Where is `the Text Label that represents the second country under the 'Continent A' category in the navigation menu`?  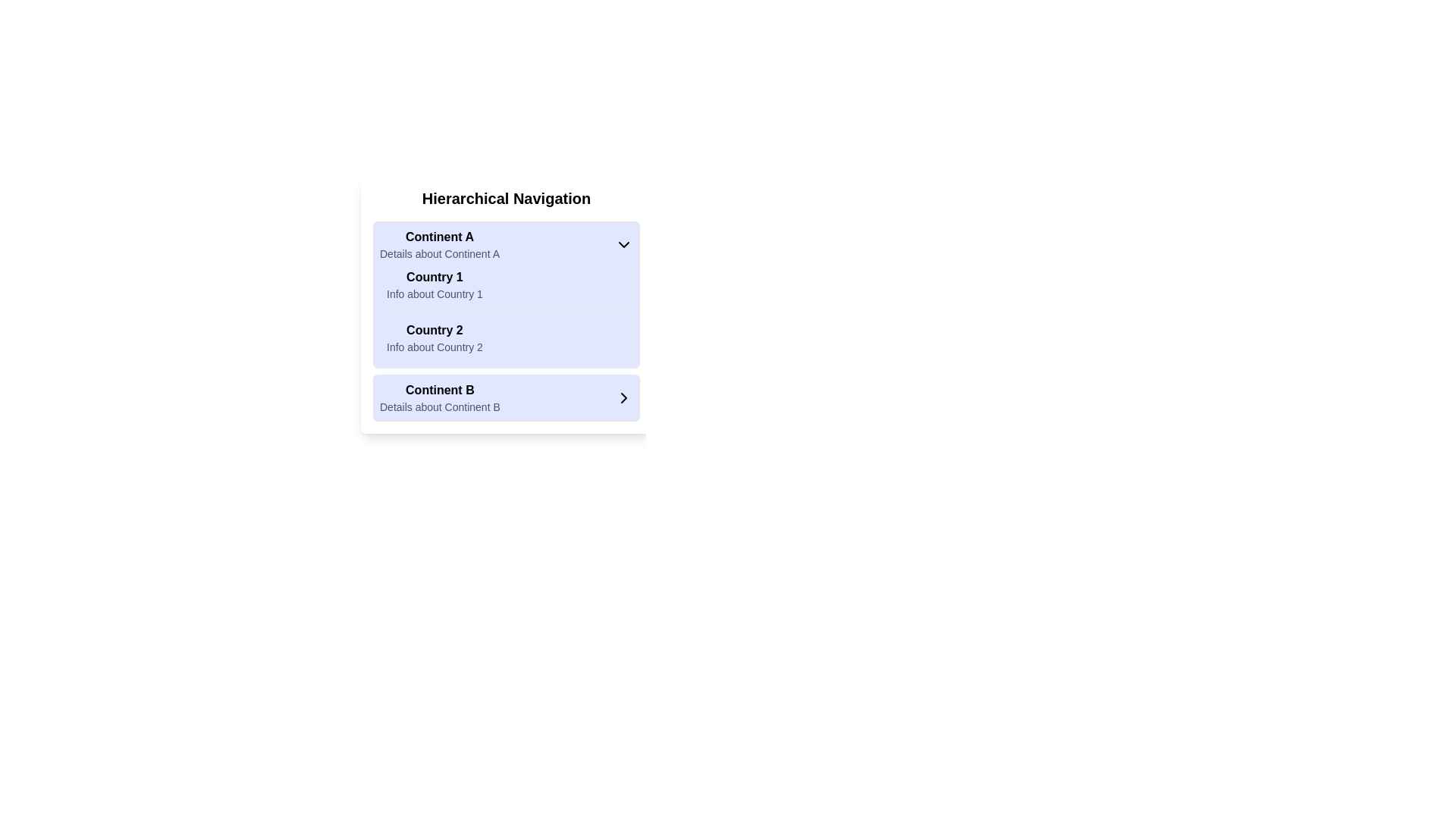
the Text Label that represents the second country under the 'Continent A' category in the navigation menu is located at coordinates (434, 329).